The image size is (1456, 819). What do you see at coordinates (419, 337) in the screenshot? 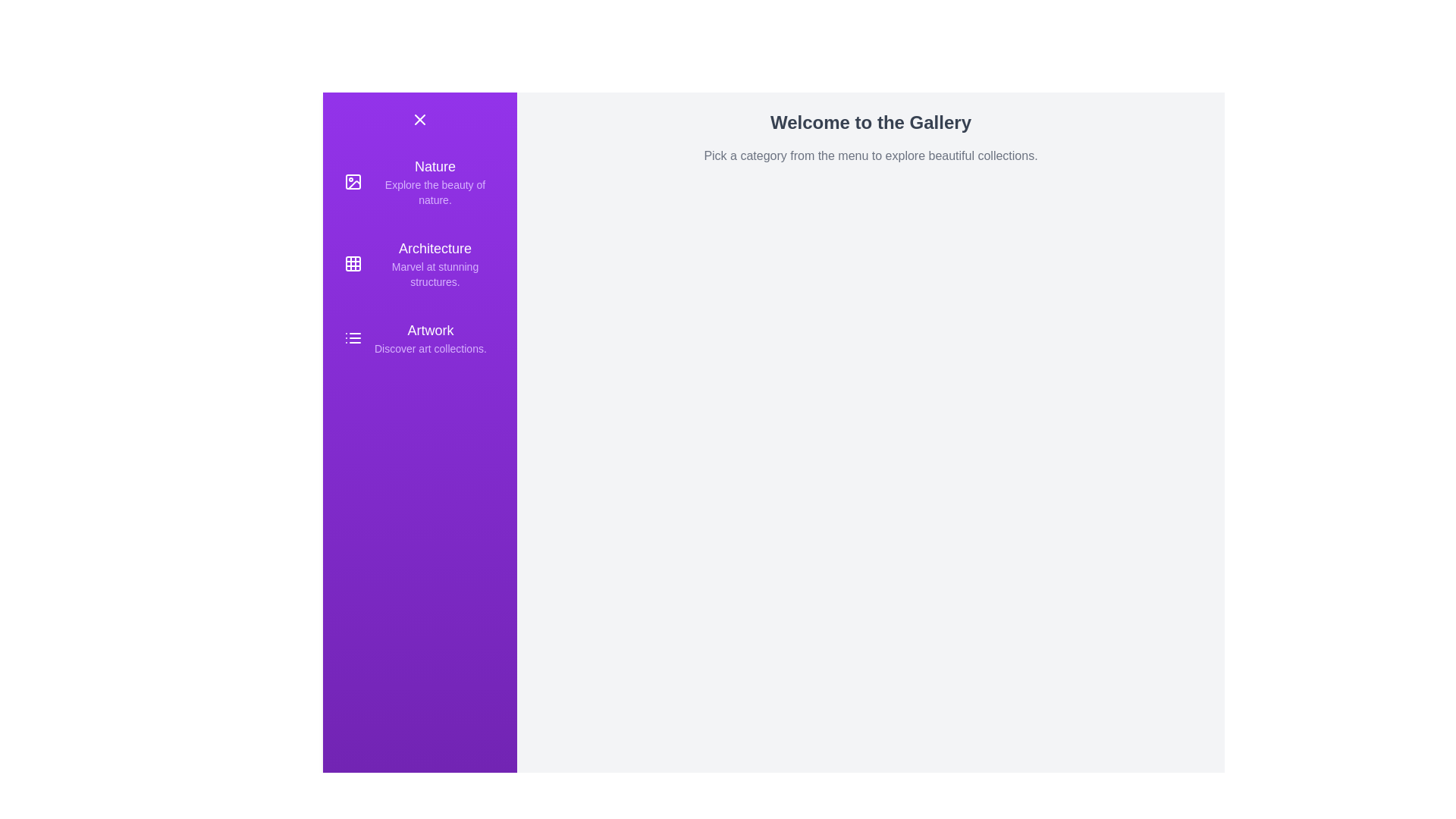
I see `the menu item corresponding to the category Artwork` at bounding box center [419, 337].